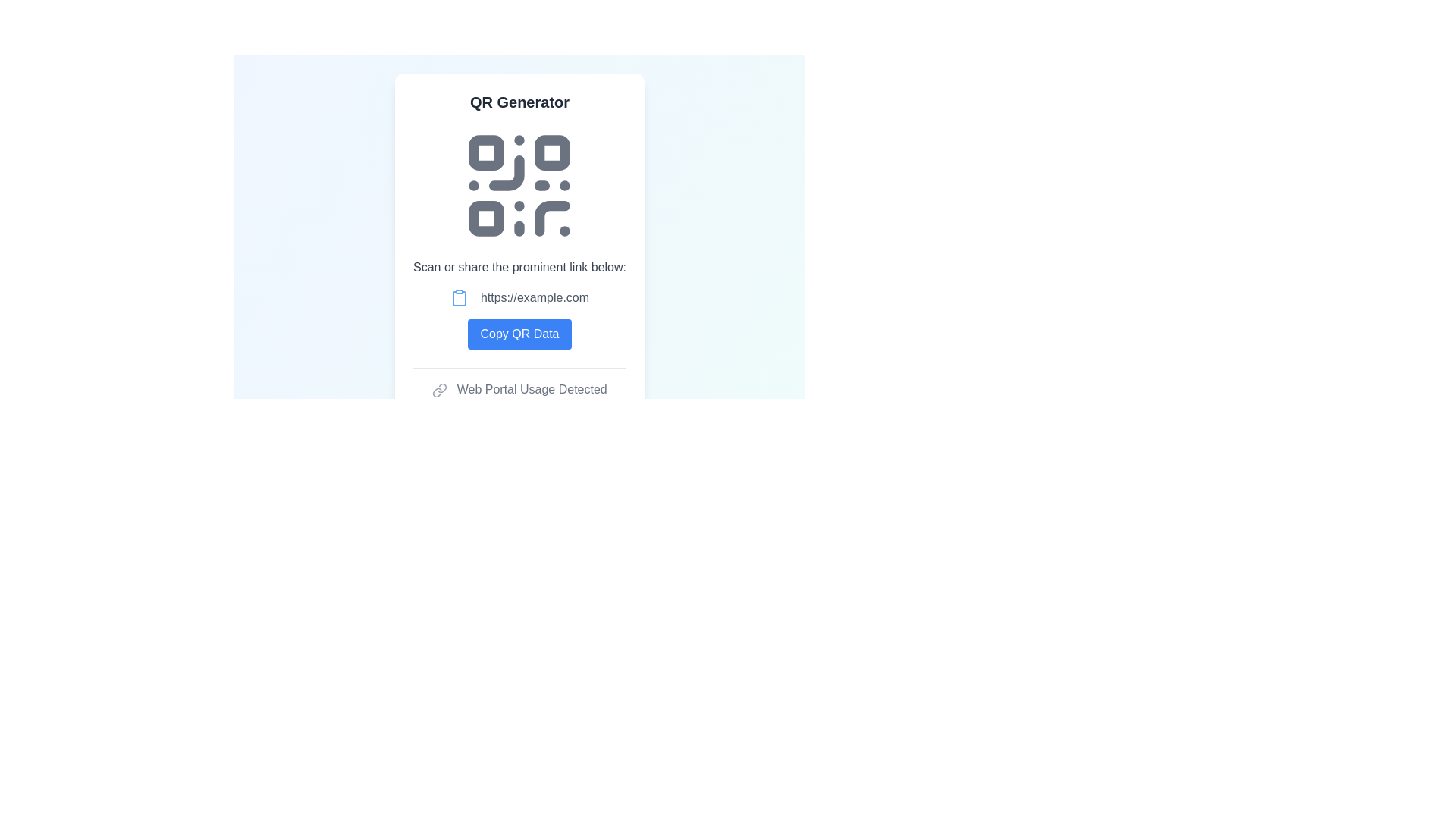 This screenshot has width=1456, height=819. What do you see at coordinates (458, 298) in the screenshot?
I see `the clipboard icon with a pale blue color, positioned to the left of the URL text ('https://example.com')` at bounding box center [458, 298].